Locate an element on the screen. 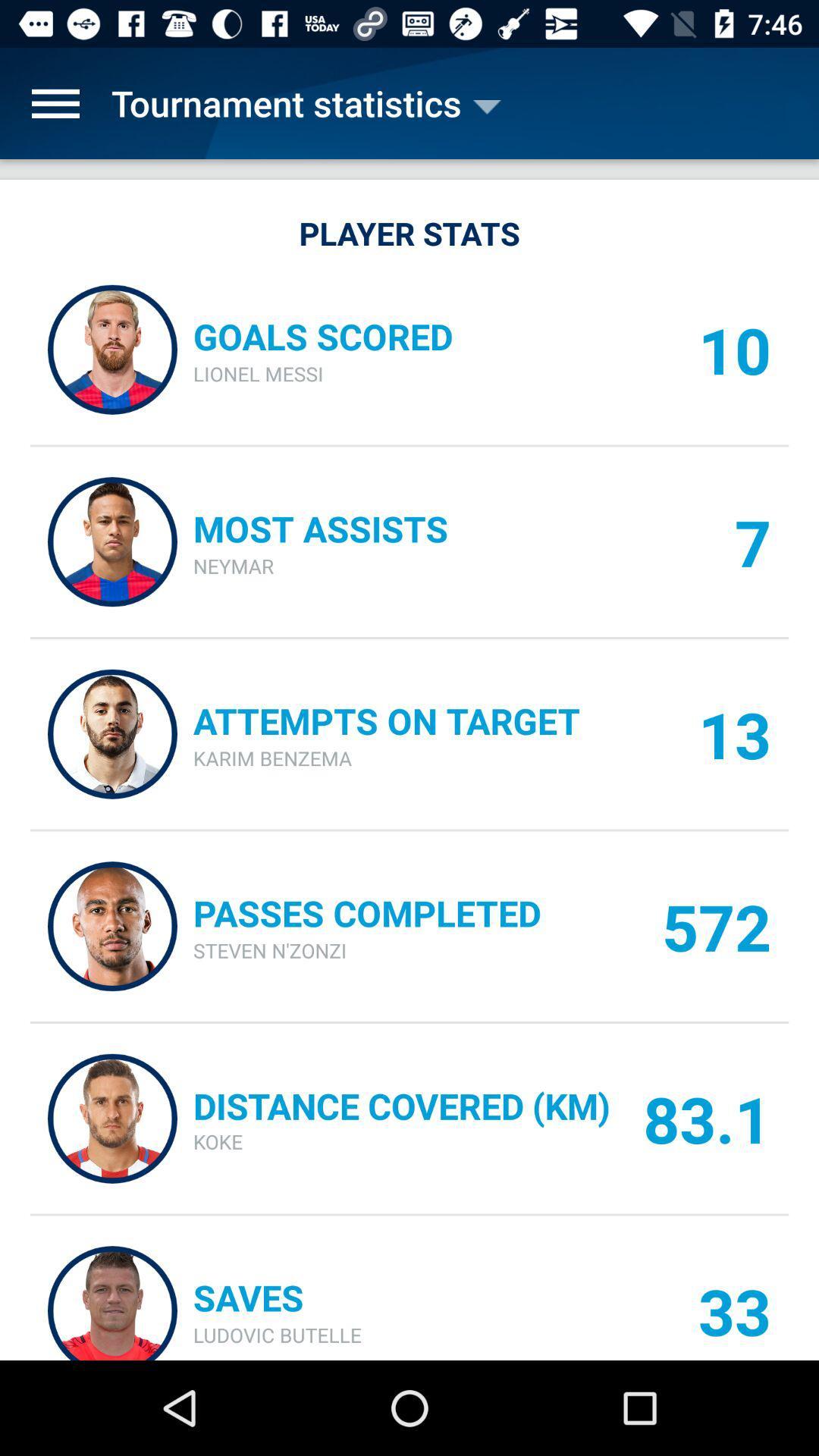 This screenshot has height=1456, width=819. the item next to tournament statistics item is located at coordinates (55, 102).